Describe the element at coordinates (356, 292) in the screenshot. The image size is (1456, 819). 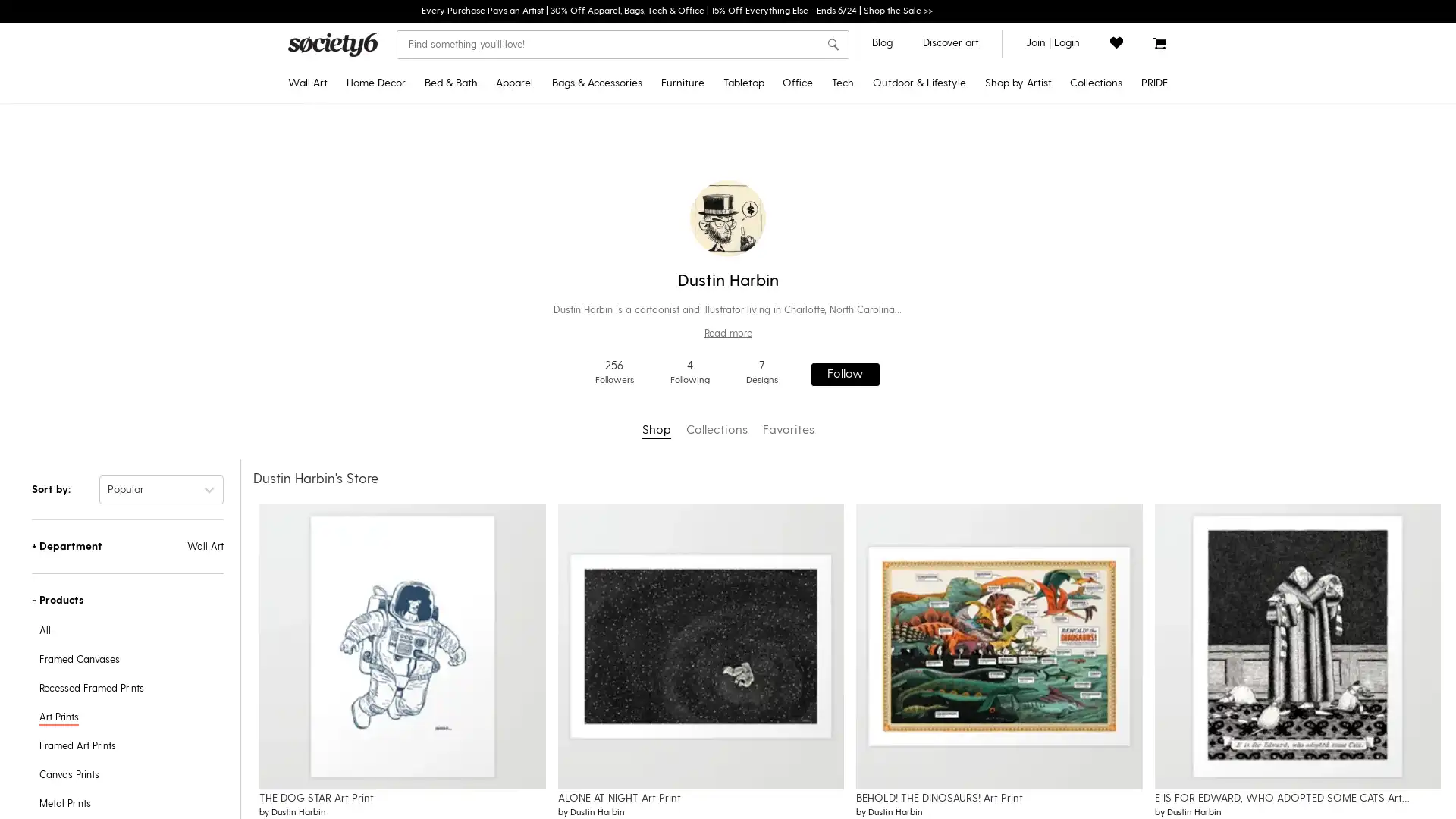
I see `Floating Acrylic Prints` at that location.